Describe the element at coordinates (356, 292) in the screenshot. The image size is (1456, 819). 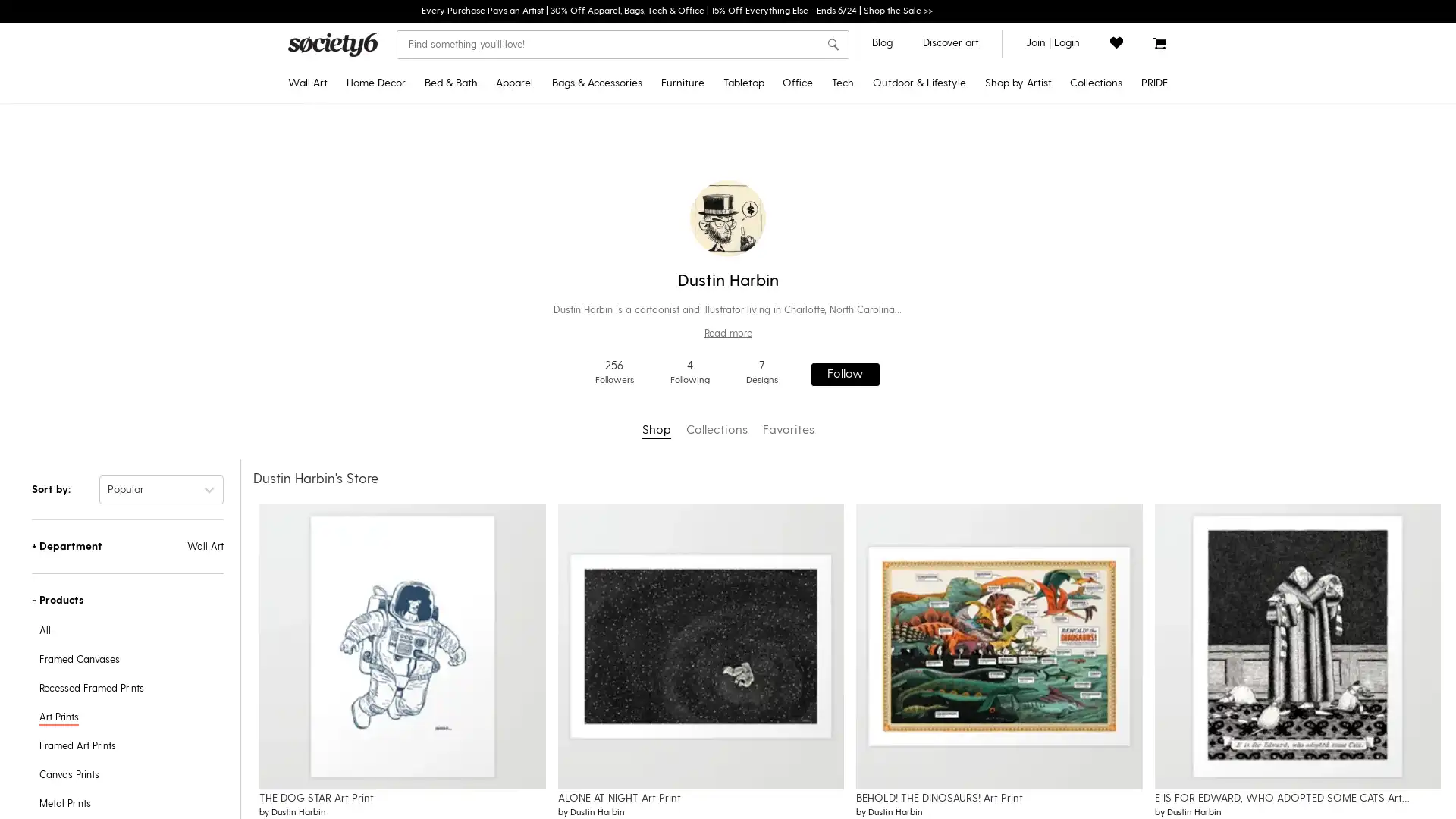
I see `Floating Acrylic Prints` at that location.